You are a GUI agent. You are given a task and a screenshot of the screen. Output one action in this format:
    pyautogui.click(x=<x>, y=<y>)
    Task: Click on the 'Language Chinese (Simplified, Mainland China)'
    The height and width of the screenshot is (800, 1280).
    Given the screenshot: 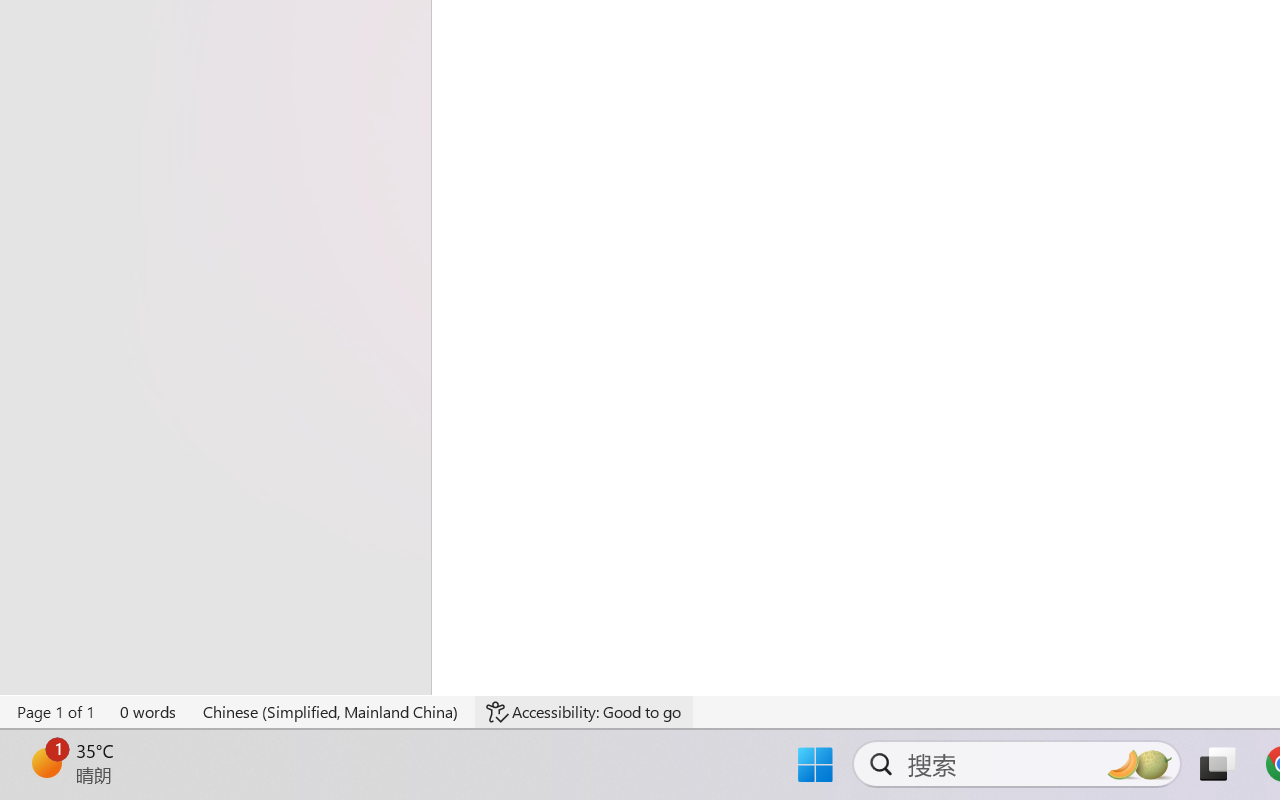 What is the action you would take?
    pyautogui.click(x=331, y=711)
    